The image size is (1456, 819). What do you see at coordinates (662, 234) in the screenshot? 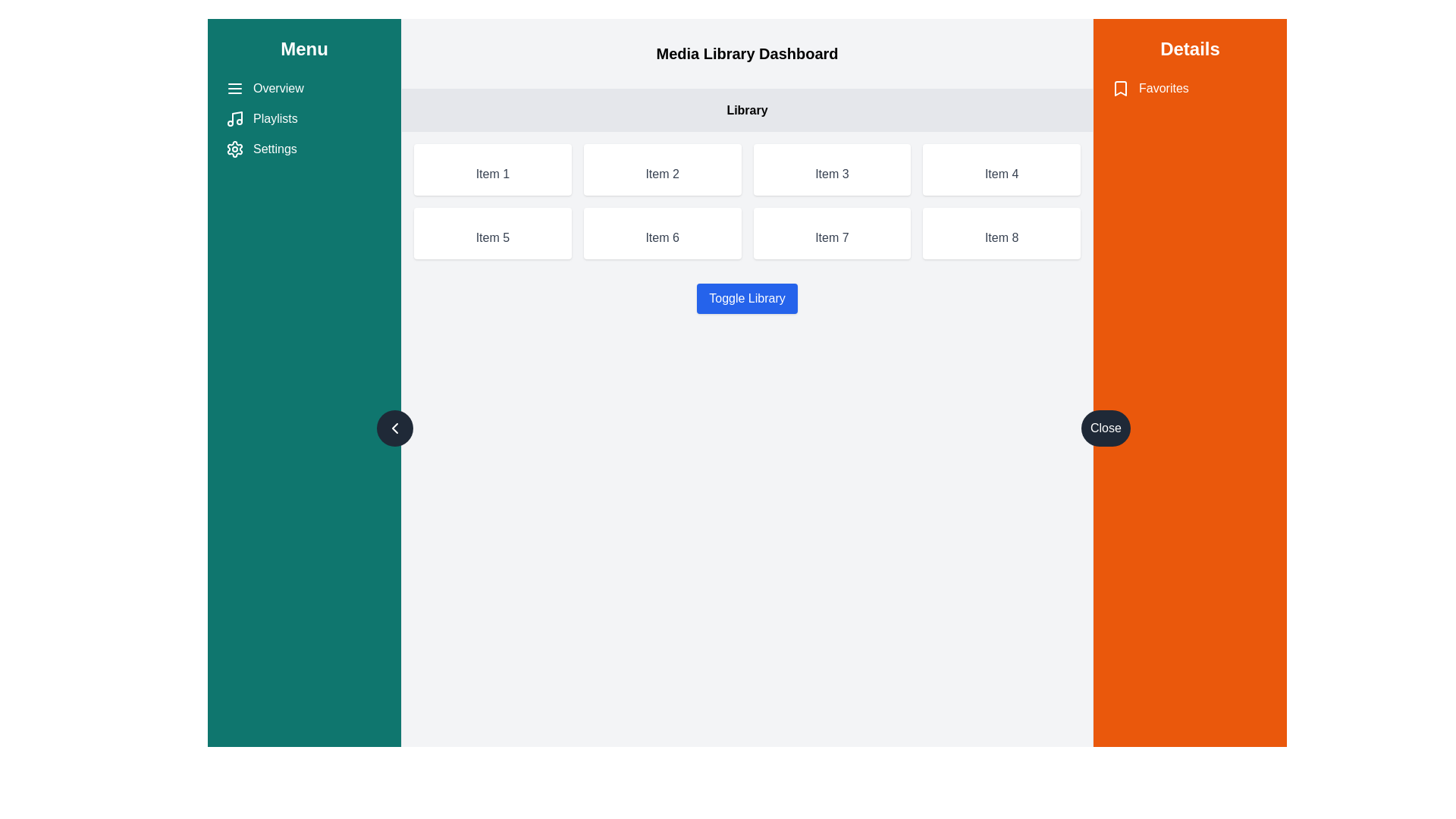
I see `the item button located in the second row and second column of the library dashboard grid` at bounding box center [662, 234].